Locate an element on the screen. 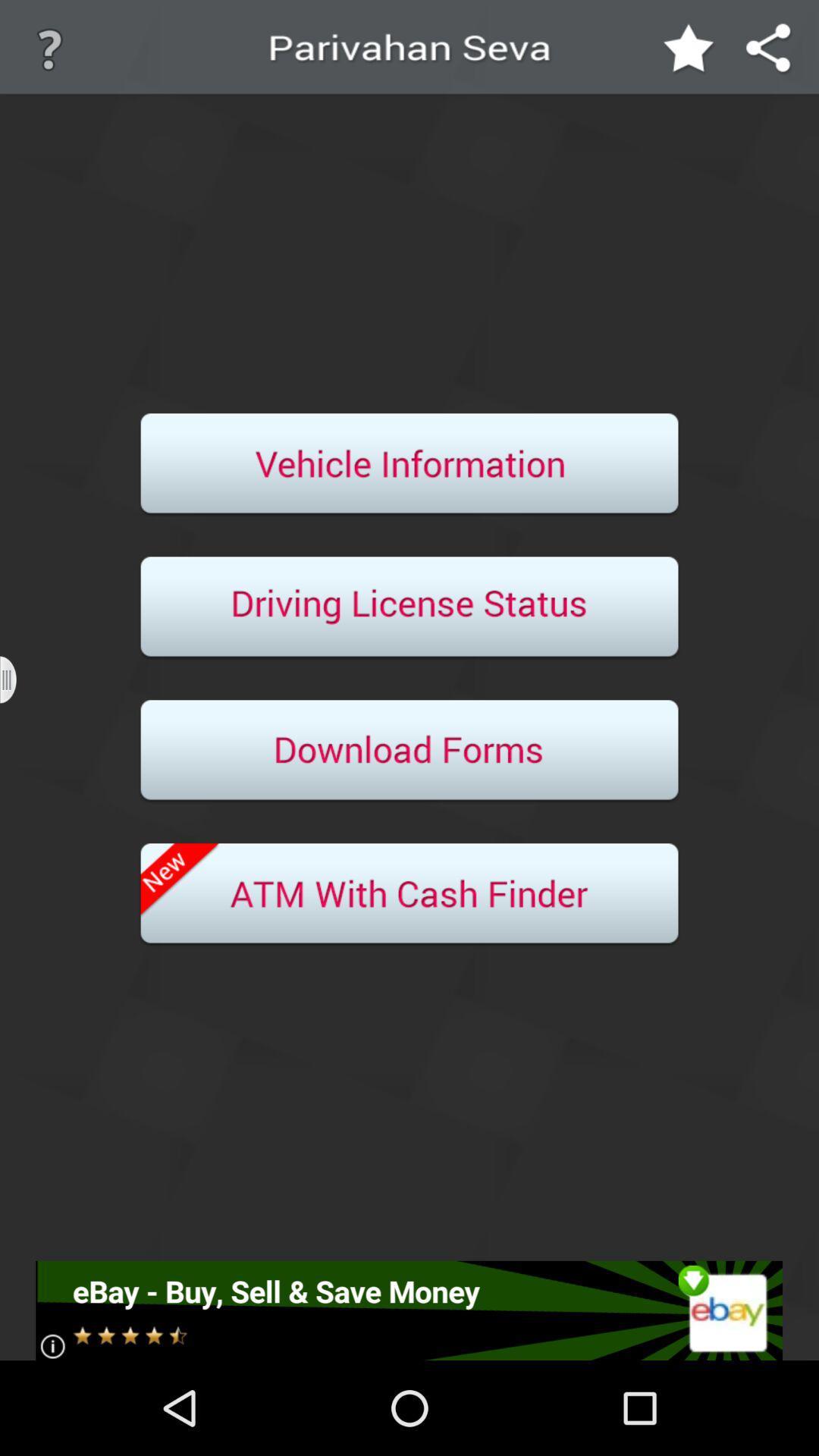  link to ebay is located at coordinates (408, 1310).